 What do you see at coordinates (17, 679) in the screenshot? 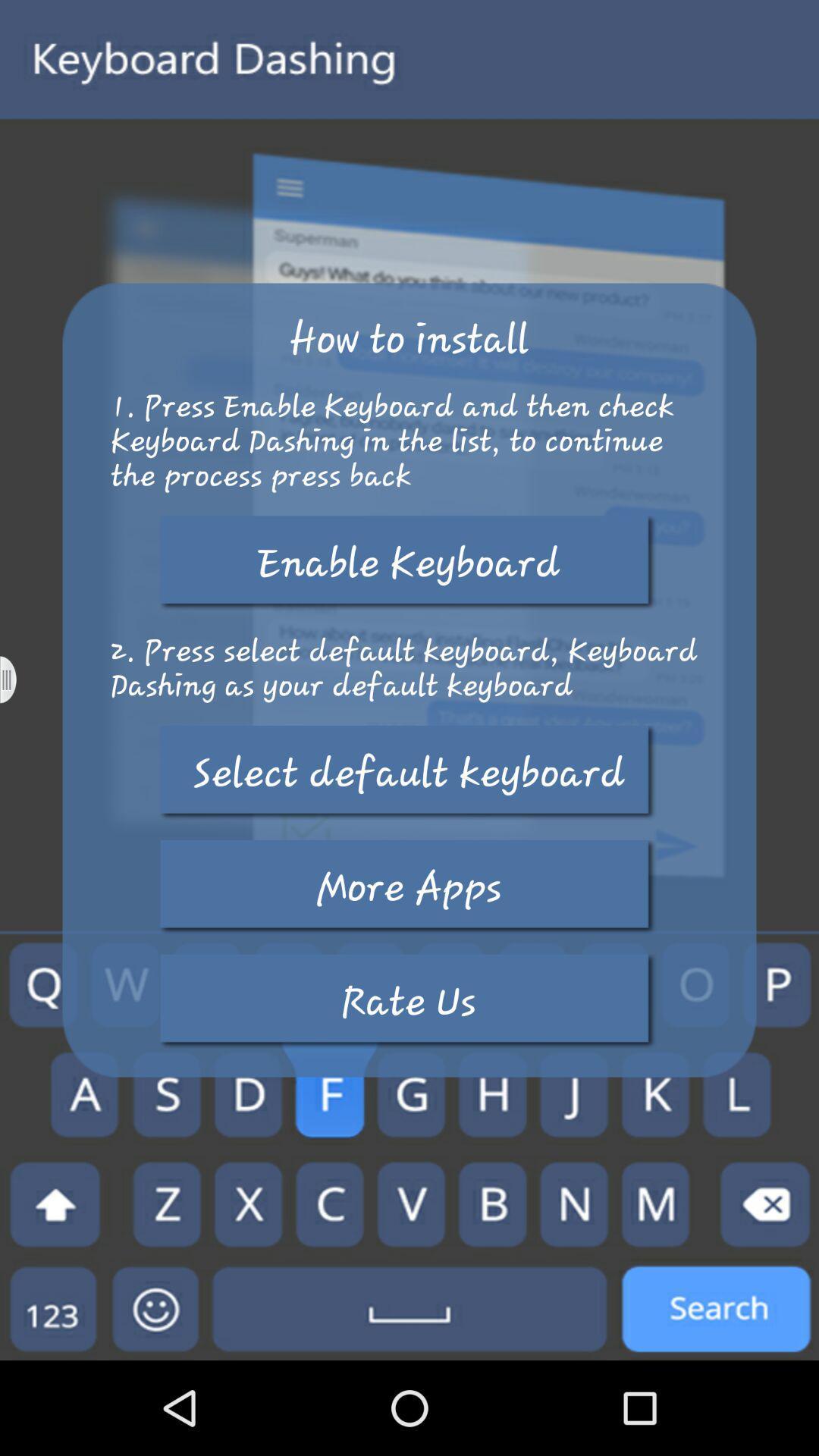
I see `option` at bounding box center [17, 679].